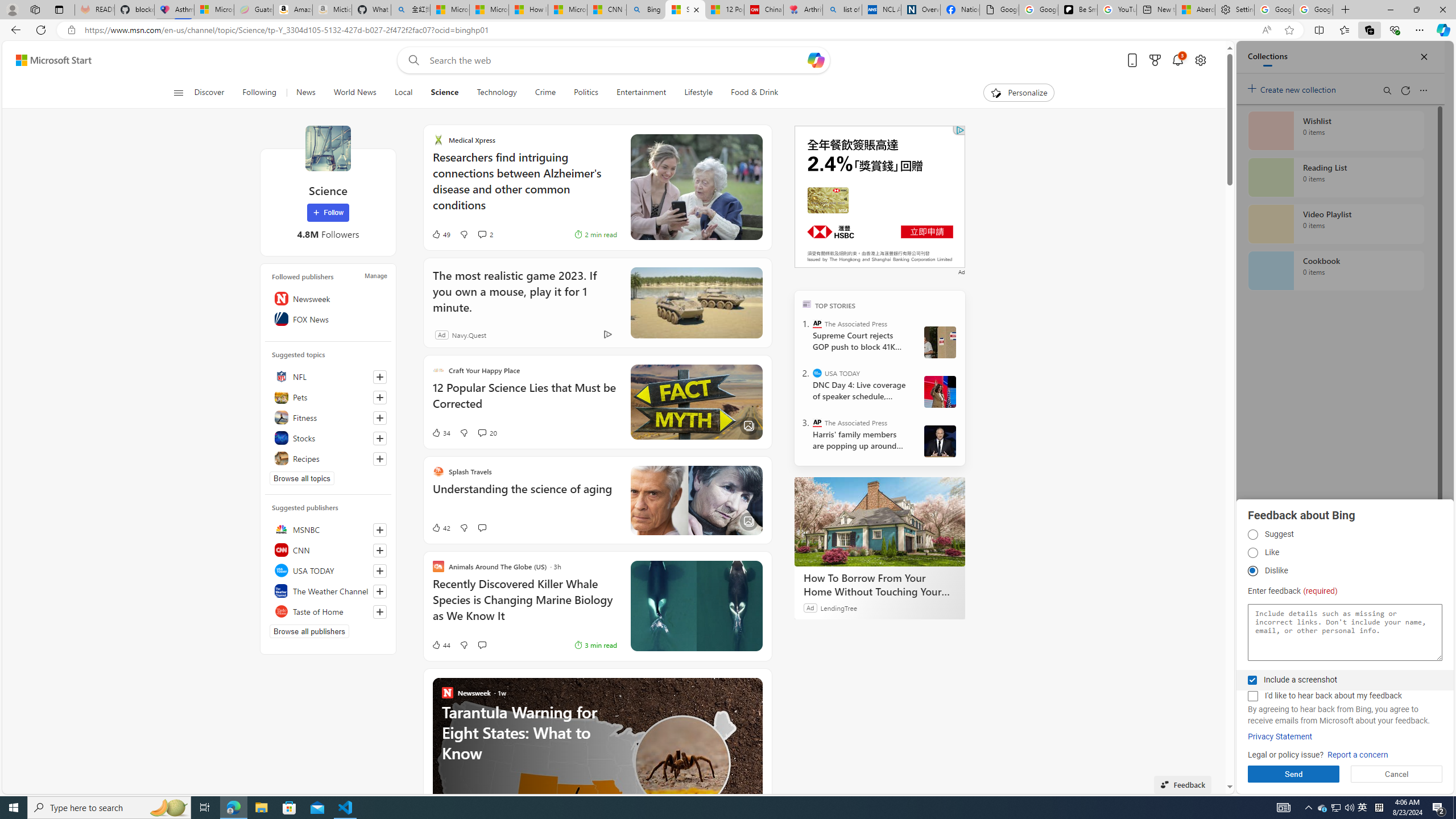 This screenshot has width=1456, height=819. What do you see at coordinates (1358, 754) in the screenshot?
I see `'Report a concern'` at bounding box center [1358, 754].